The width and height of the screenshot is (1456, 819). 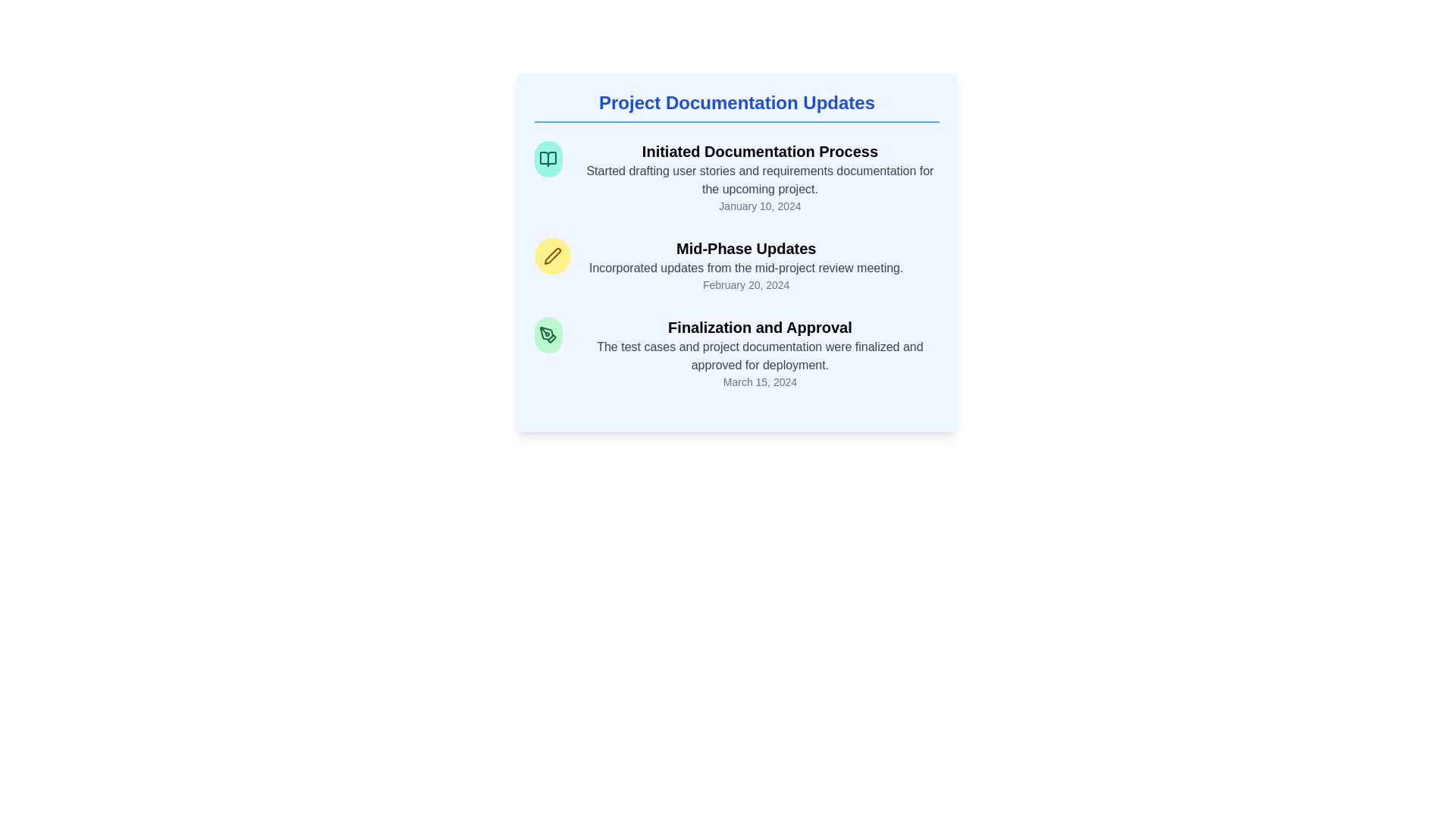 What do you see at coordinates (552, 256) in the screenshot?
I see `the circular icon with a yellow background and a brown pen icon, located to the left of the 'Mid-Phase Updates' text` at bounding box center [552, 256].